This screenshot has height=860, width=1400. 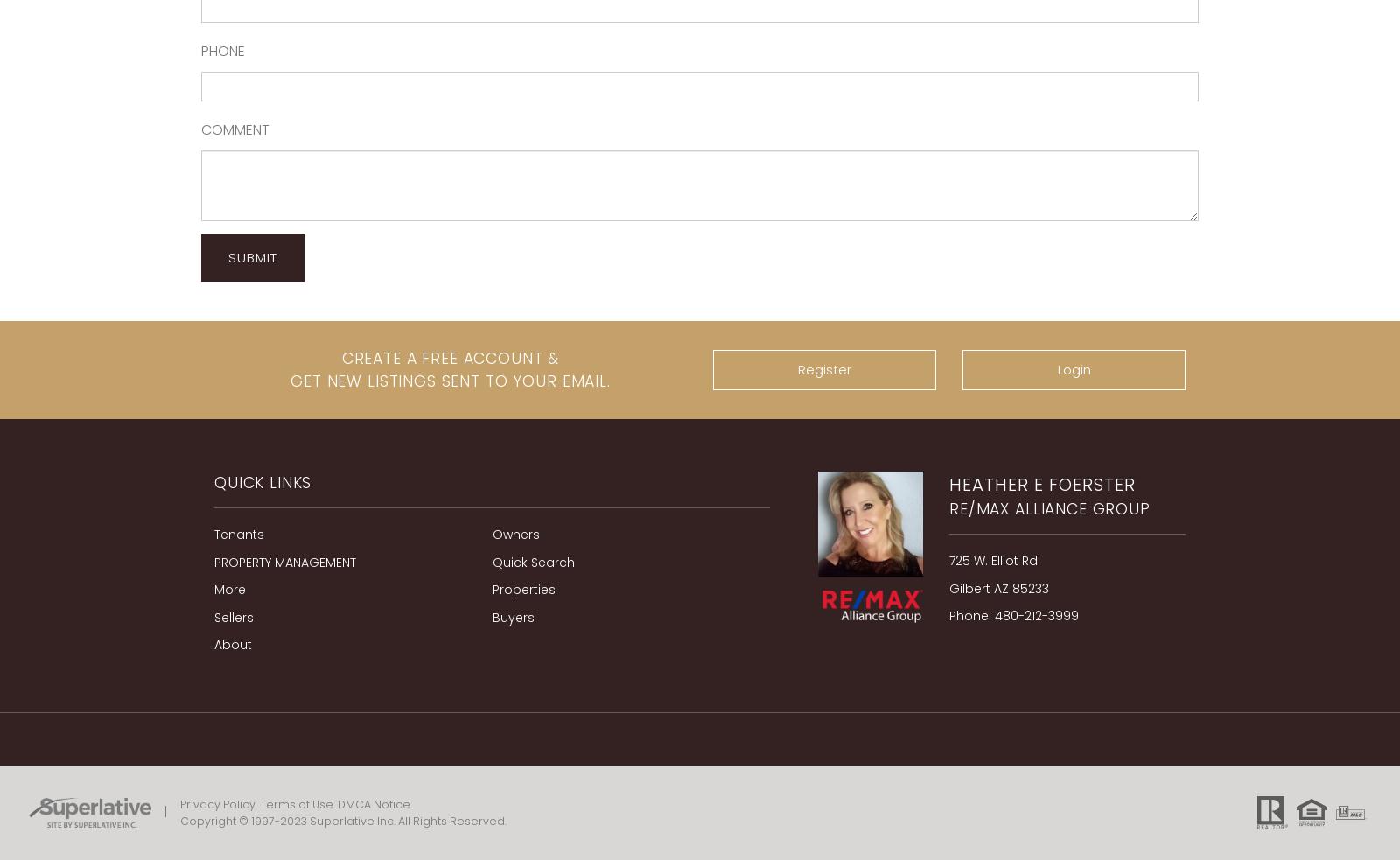 I want to click on 'Terms of Use', so click(x=297, y=804).